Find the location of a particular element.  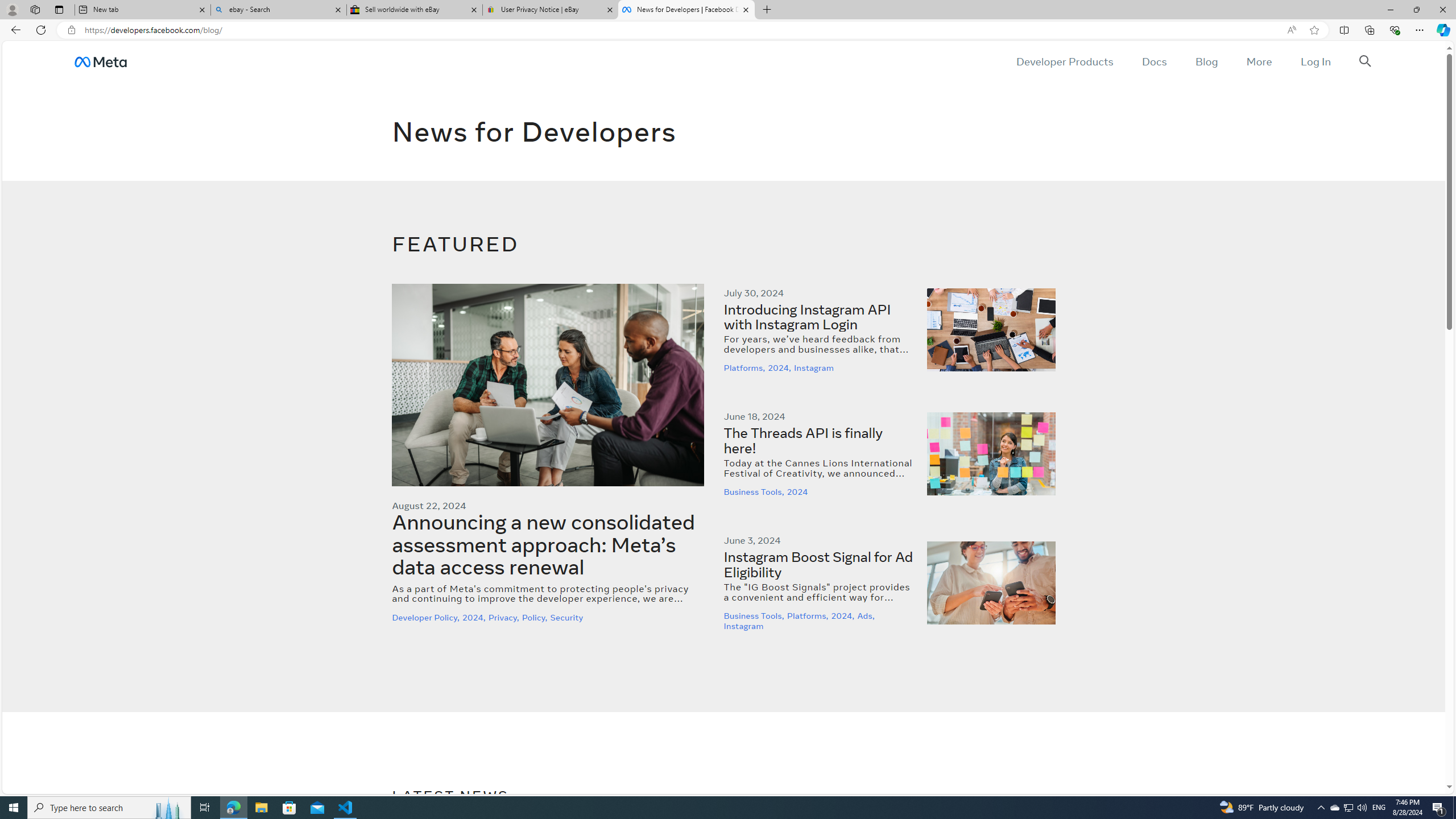

'More' is located at coordinates (1259, 61).